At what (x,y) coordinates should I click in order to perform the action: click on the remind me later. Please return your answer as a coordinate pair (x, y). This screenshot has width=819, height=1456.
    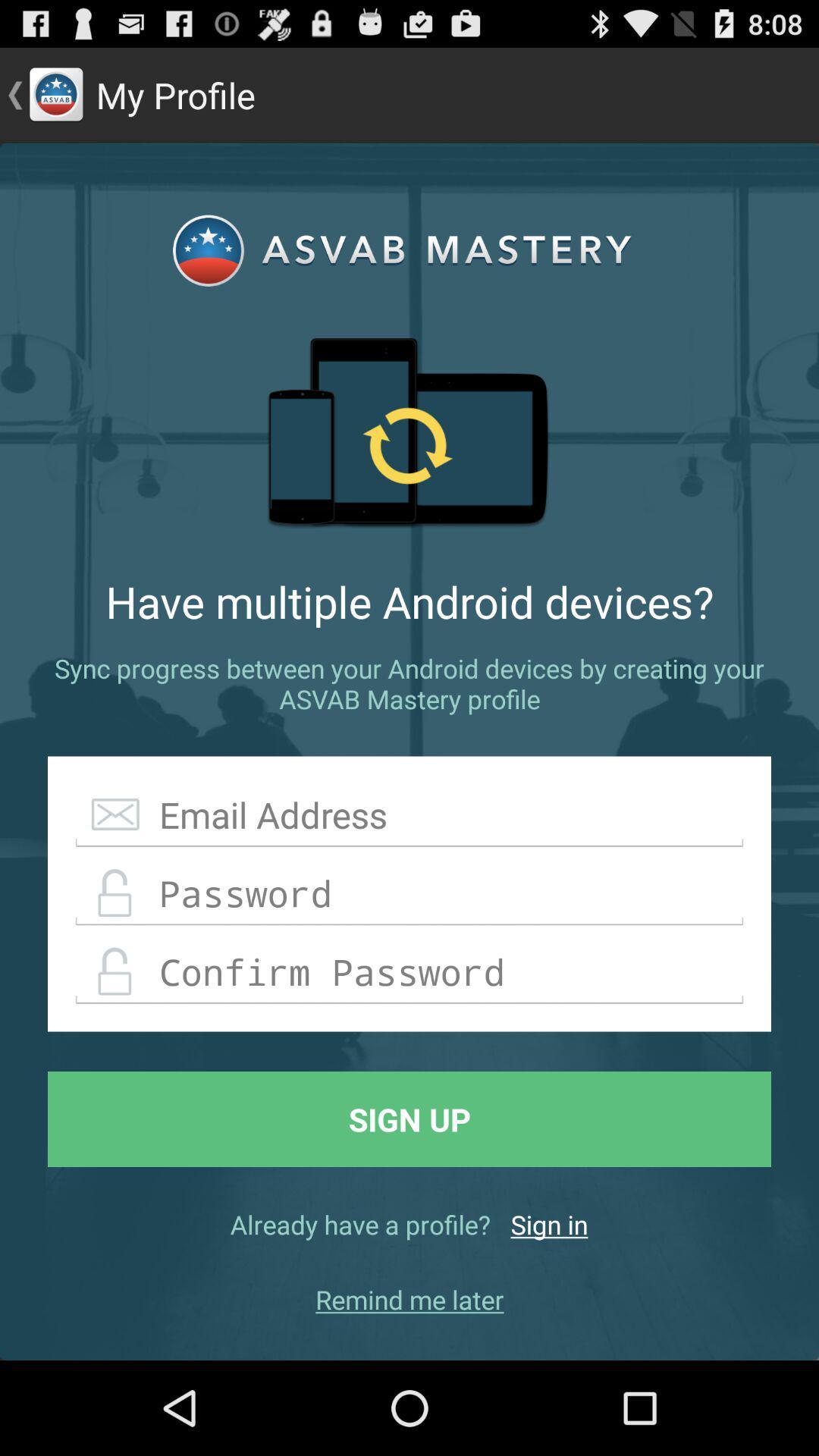
    Looking at the image, I should click on (409, 1298).